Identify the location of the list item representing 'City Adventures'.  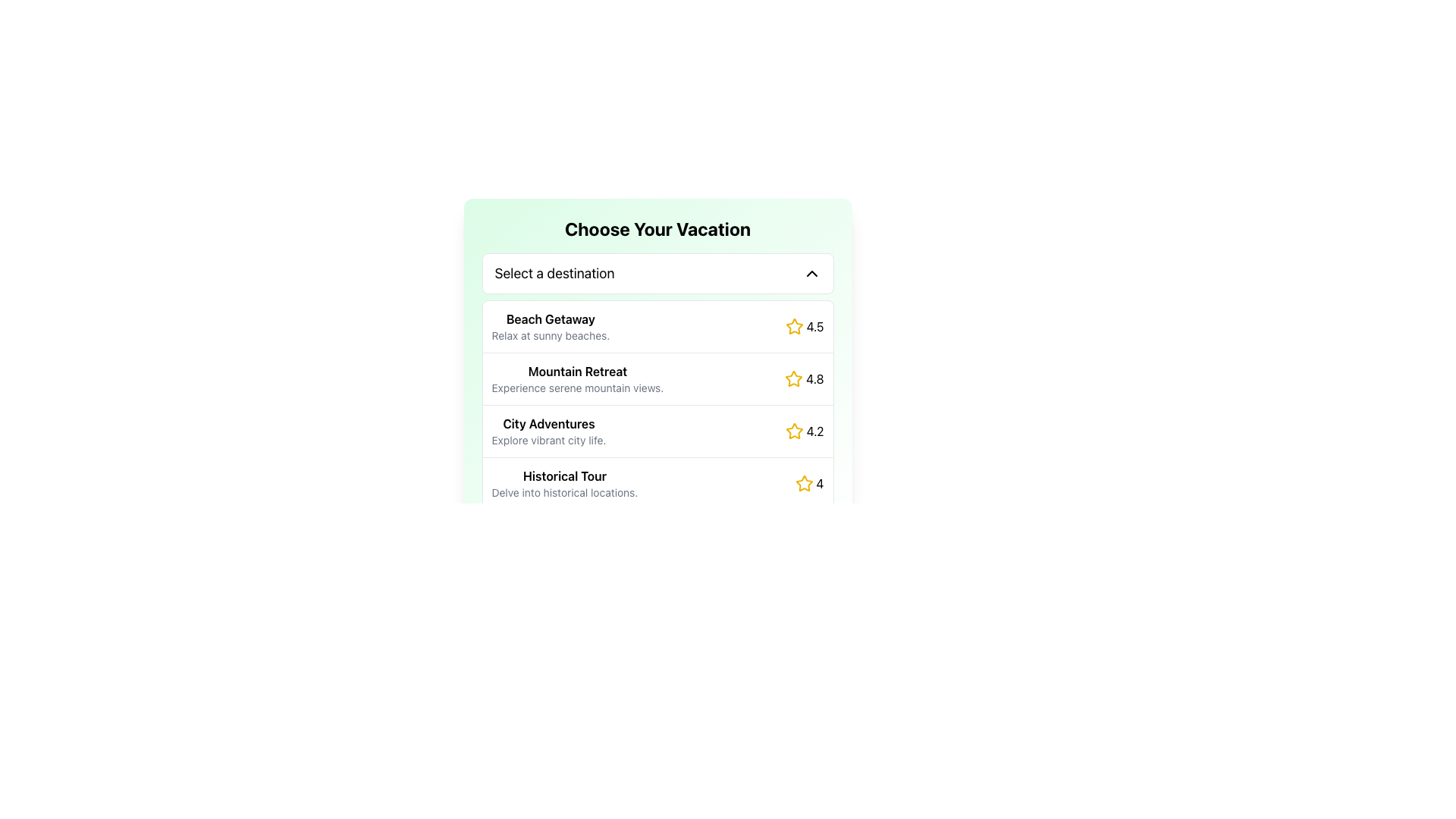
(657, 431).